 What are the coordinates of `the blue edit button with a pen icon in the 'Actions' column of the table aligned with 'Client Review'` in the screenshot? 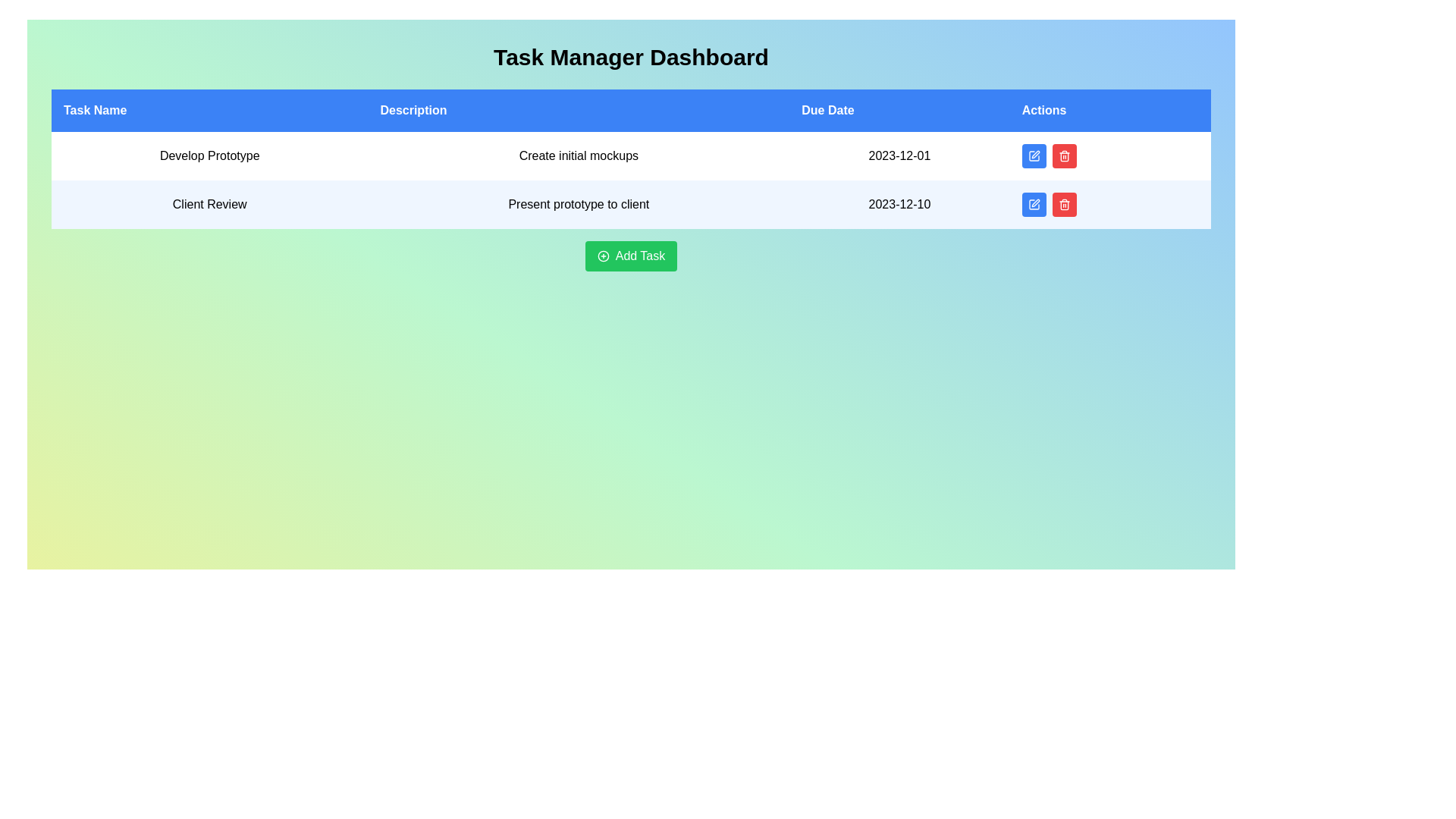 It's located at (1033, 205).